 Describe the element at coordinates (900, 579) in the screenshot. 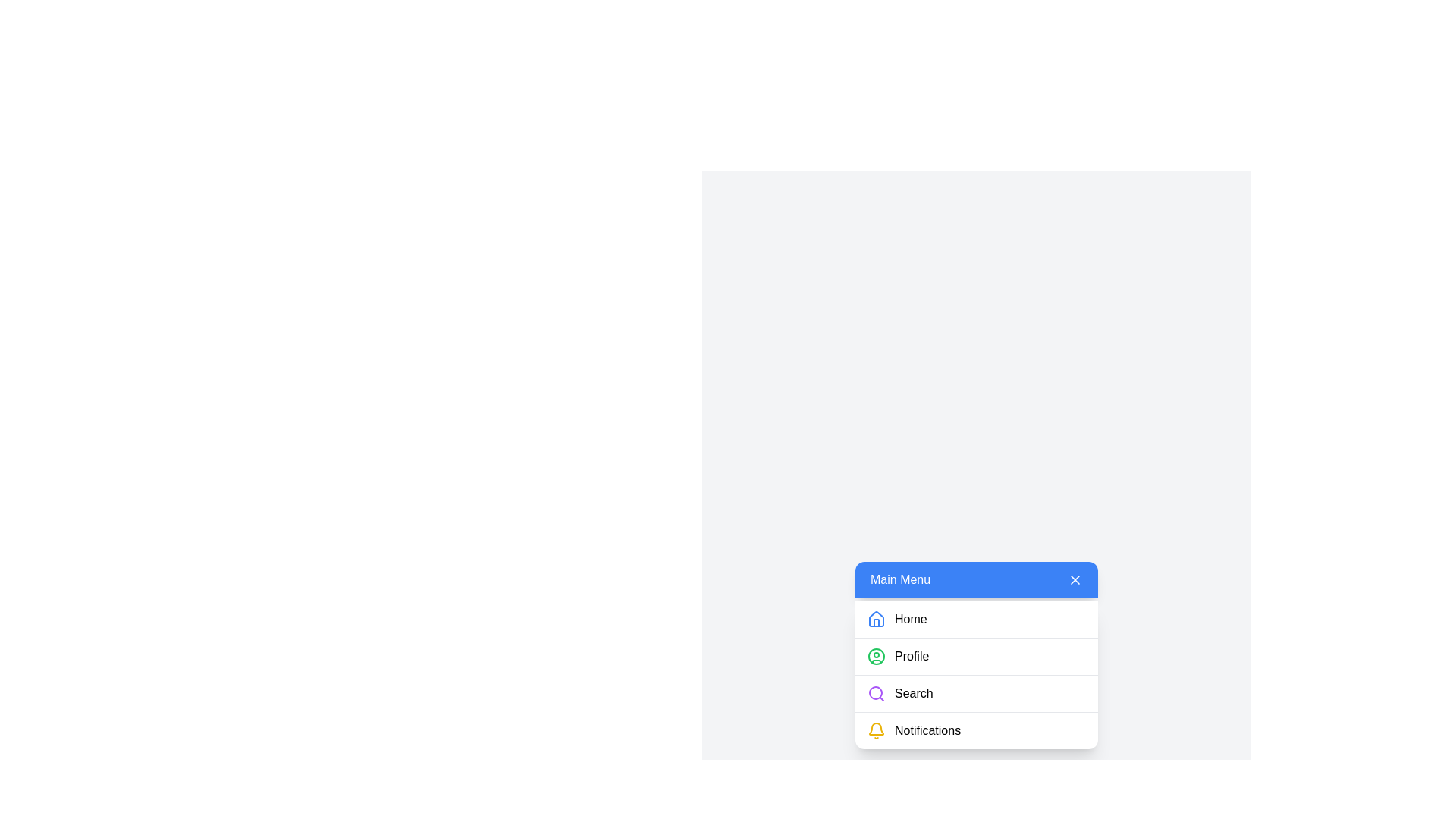

I see `the 'Main Menu' text label, which is displayed in white color at the top of the blue header bar` at that location.